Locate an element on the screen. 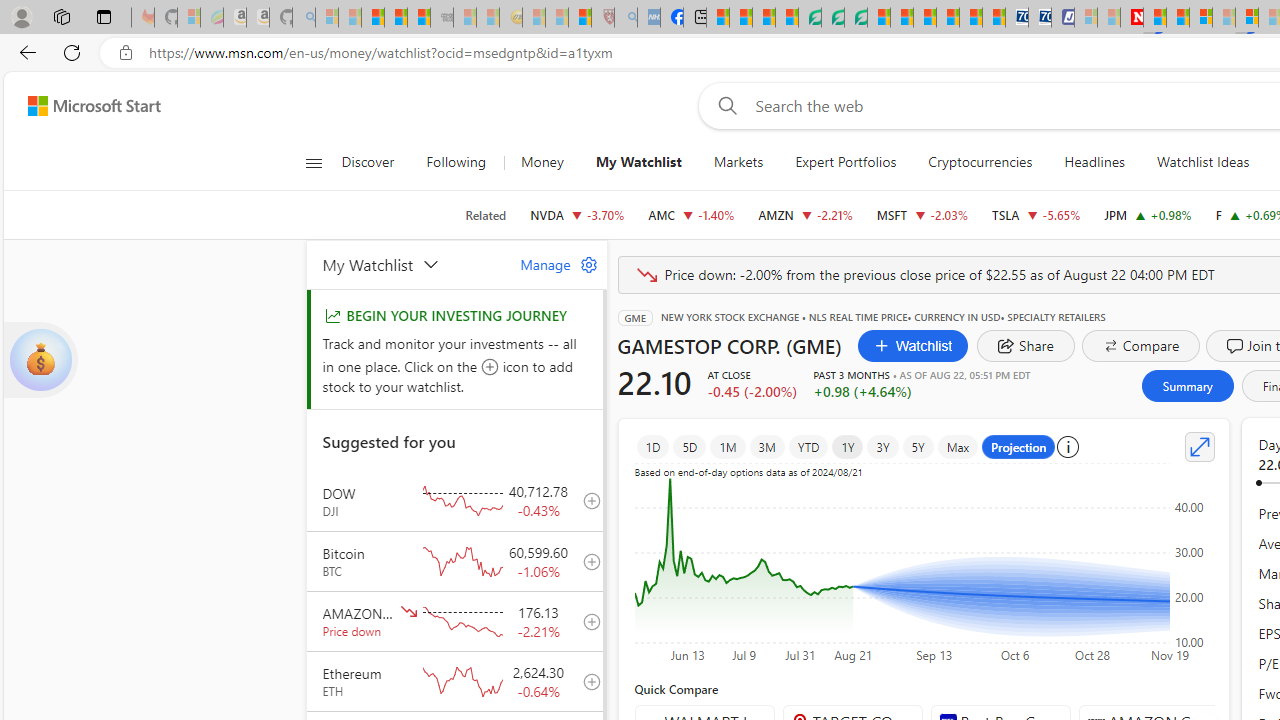 The width and height of the screenshot is (1280, 720). '5Y' is located at coordinates (917, 446).